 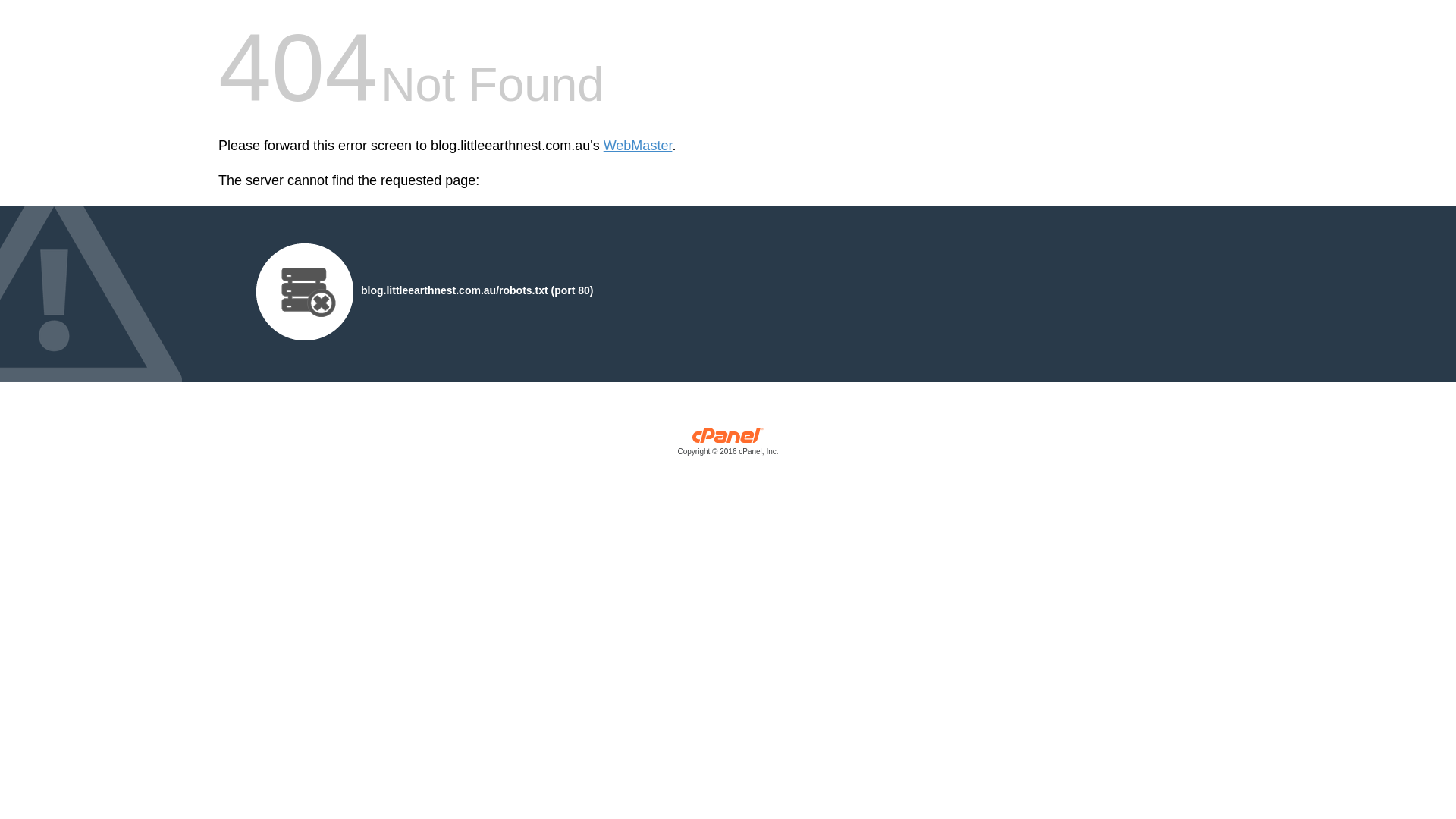 What do you see at coordinates (638, 146) in the screenshot?
I see `'WebMaster'` at bounding box center [638, 146].